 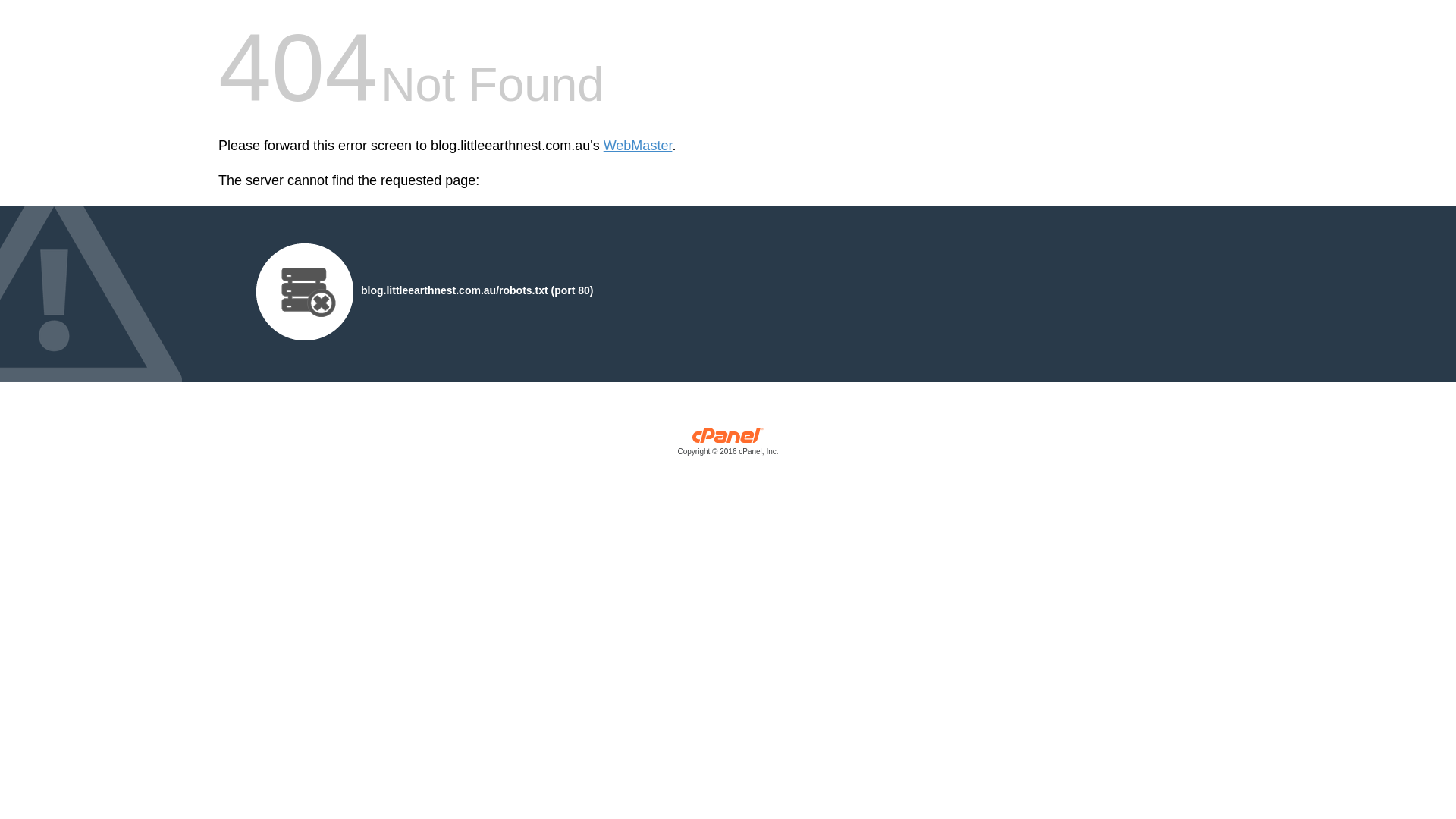 What do you see at coordinates (638, 146) in the screenshot?
I see `'WebMaster'` at bounding box center [638, 146].